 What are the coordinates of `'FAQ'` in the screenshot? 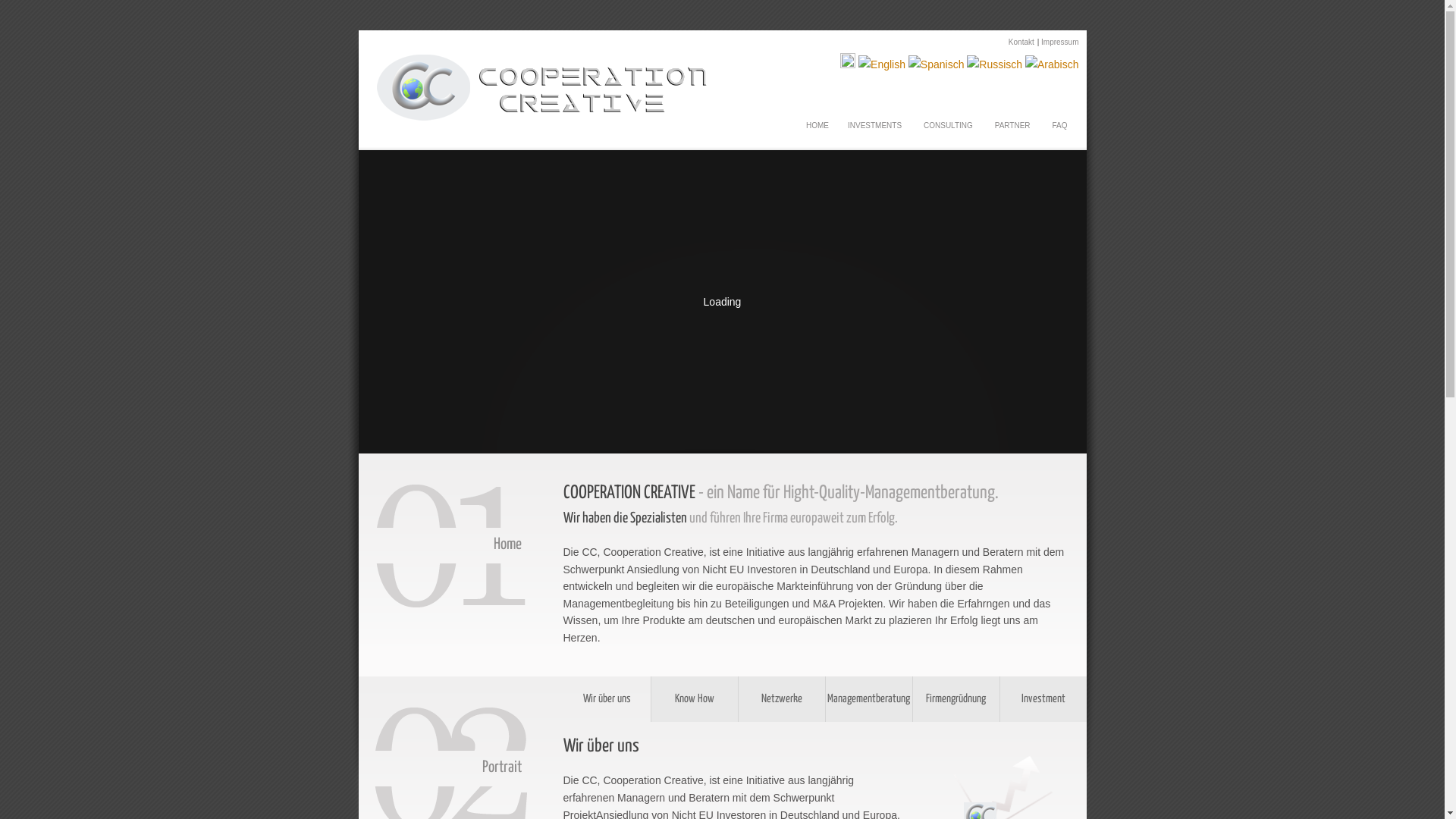 It's located at (1058, 120).